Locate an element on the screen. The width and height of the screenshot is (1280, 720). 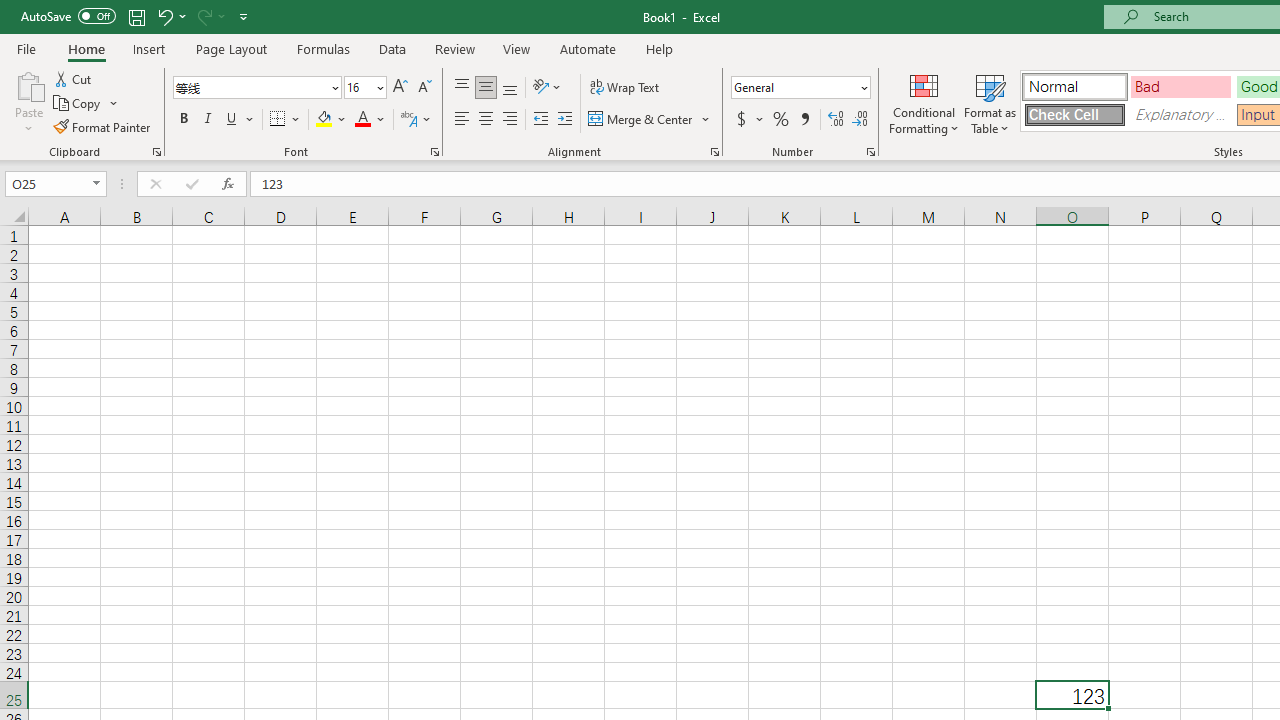
'Insert' is located at coordinates (148, 48).